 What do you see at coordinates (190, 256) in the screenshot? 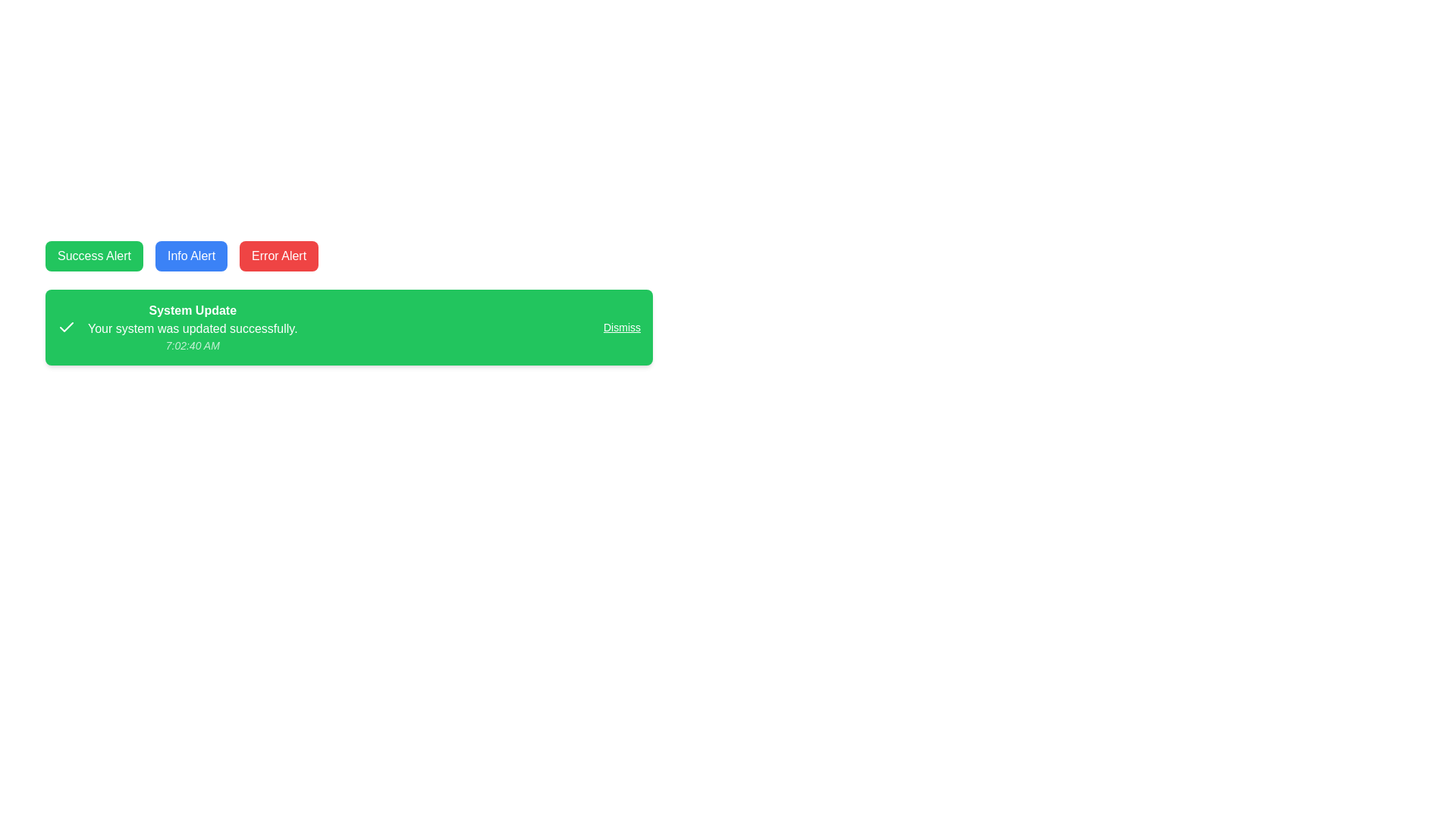
I see `the second button in a row of three buttons, which is positioned between a green 'Success Alert' button and a red 'Error Alert' button, to observe visual feedback` at bounding box center [190, 256].